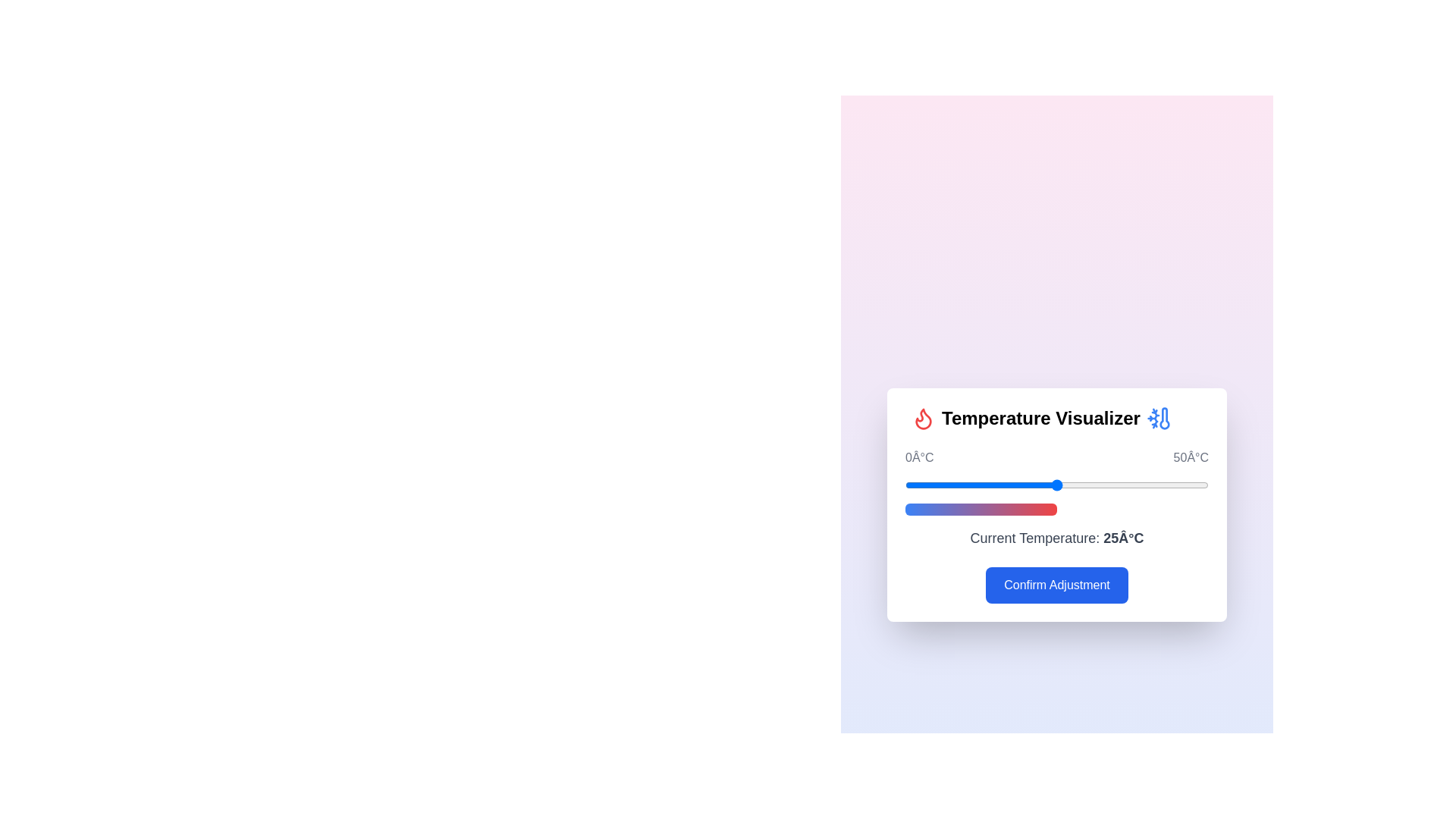 This screenshot has width=1456, height=819. What do you see at coordinates (1032, 485) in the screenshot?
I see `the temperature slider to 21°C to observe the visual feedback` at bounding box center [1032, 485].